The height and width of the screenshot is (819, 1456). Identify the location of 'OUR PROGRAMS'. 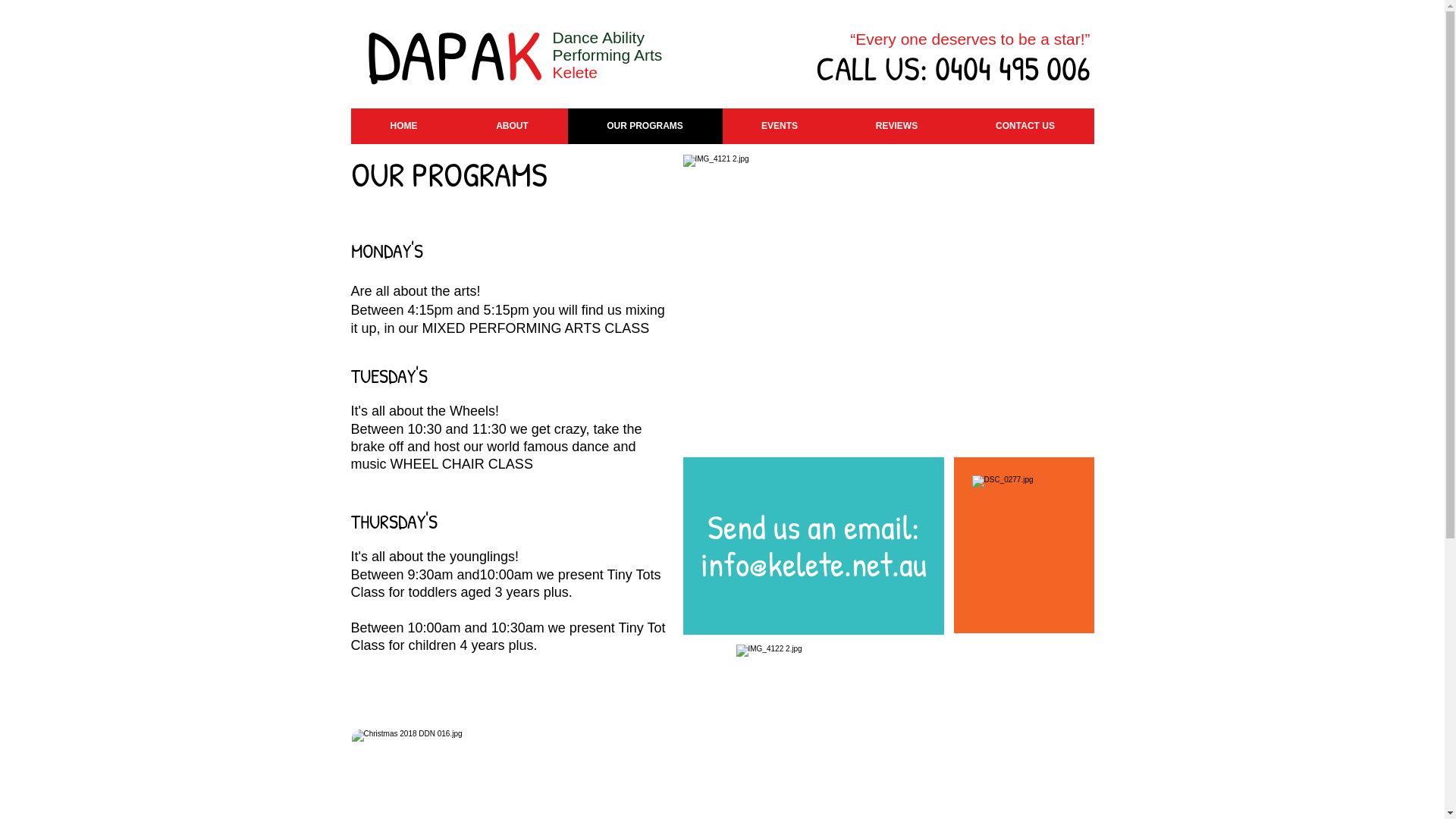
(644, 125).